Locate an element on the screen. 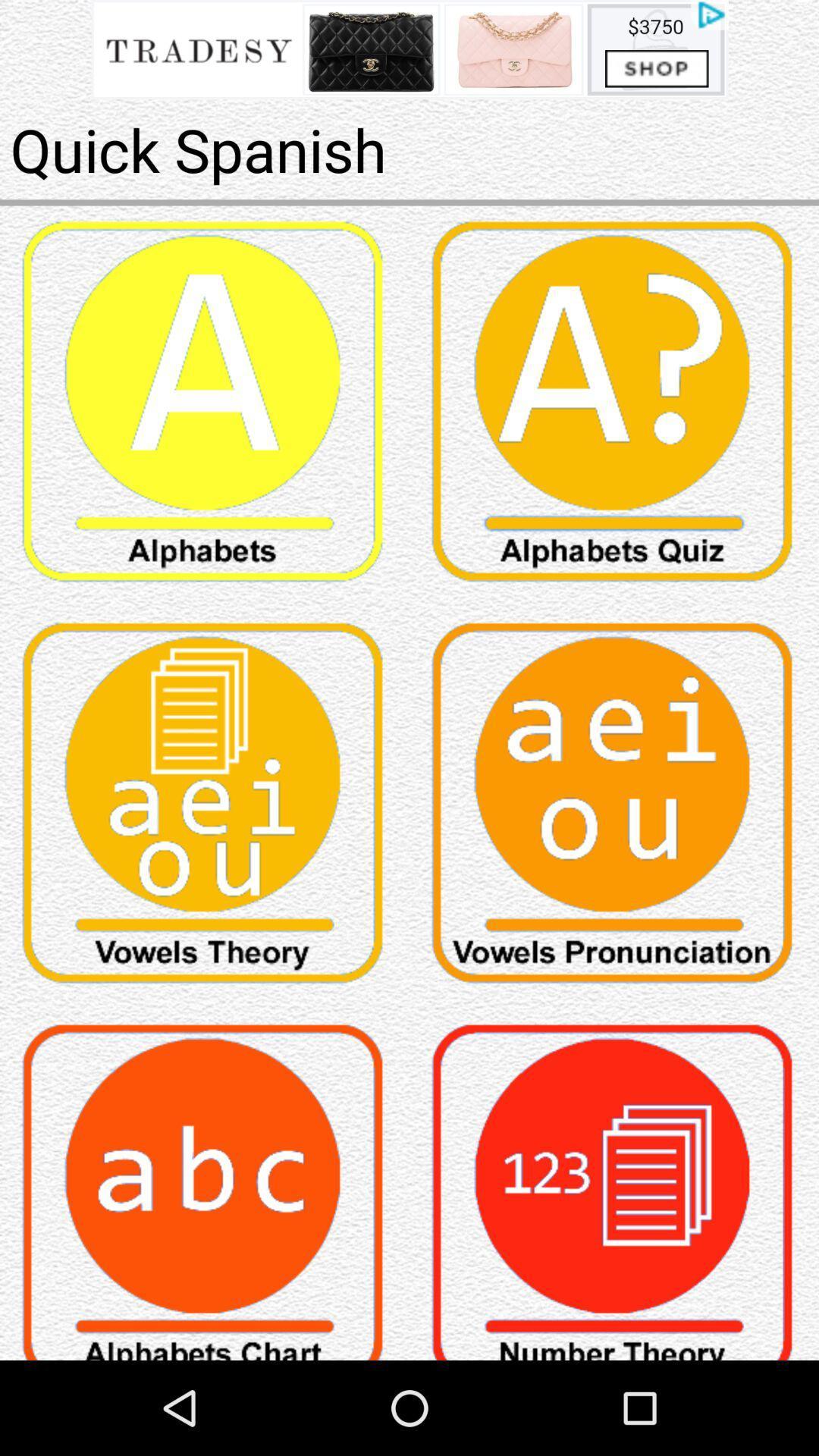 Image resolution: width=819 pixels, height=1456 pixels. the pause icon is located at coordinates (49, 159).